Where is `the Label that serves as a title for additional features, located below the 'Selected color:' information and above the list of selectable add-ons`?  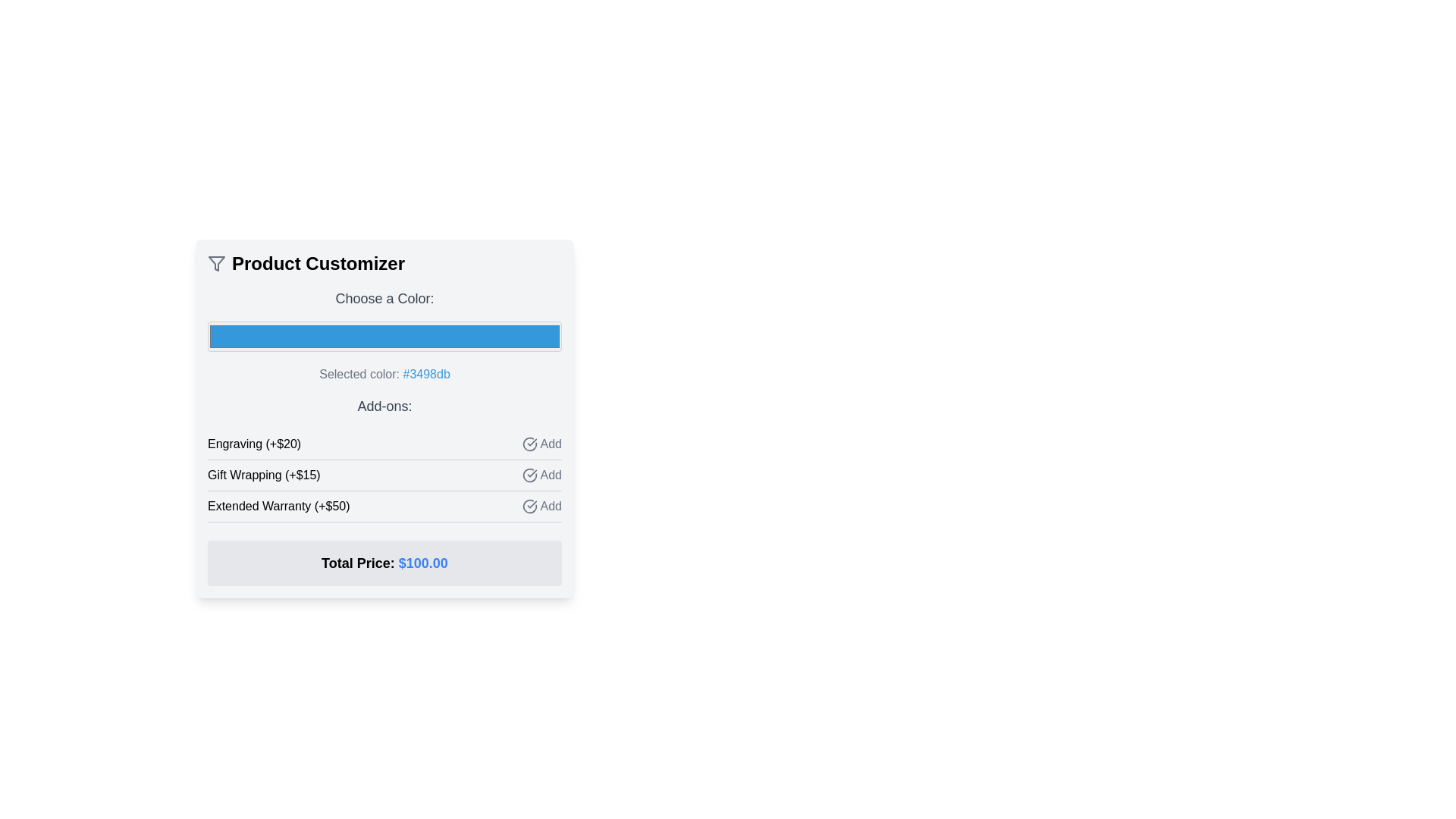 the Label that serves as a title for additional features, located below the 'Selected color:' information and above the list of selectable add-ons is located at coordinates (384, 406).